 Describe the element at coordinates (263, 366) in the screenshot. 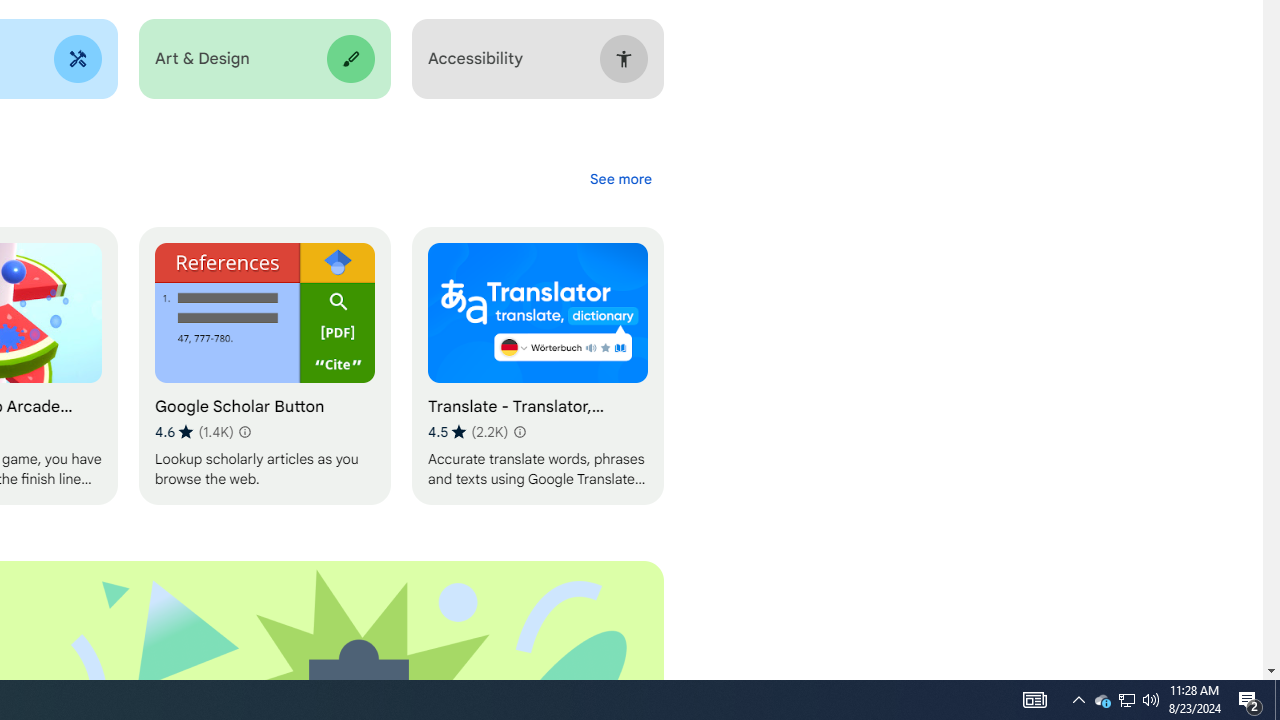

I see `'Google Scholar Button'` at that location.